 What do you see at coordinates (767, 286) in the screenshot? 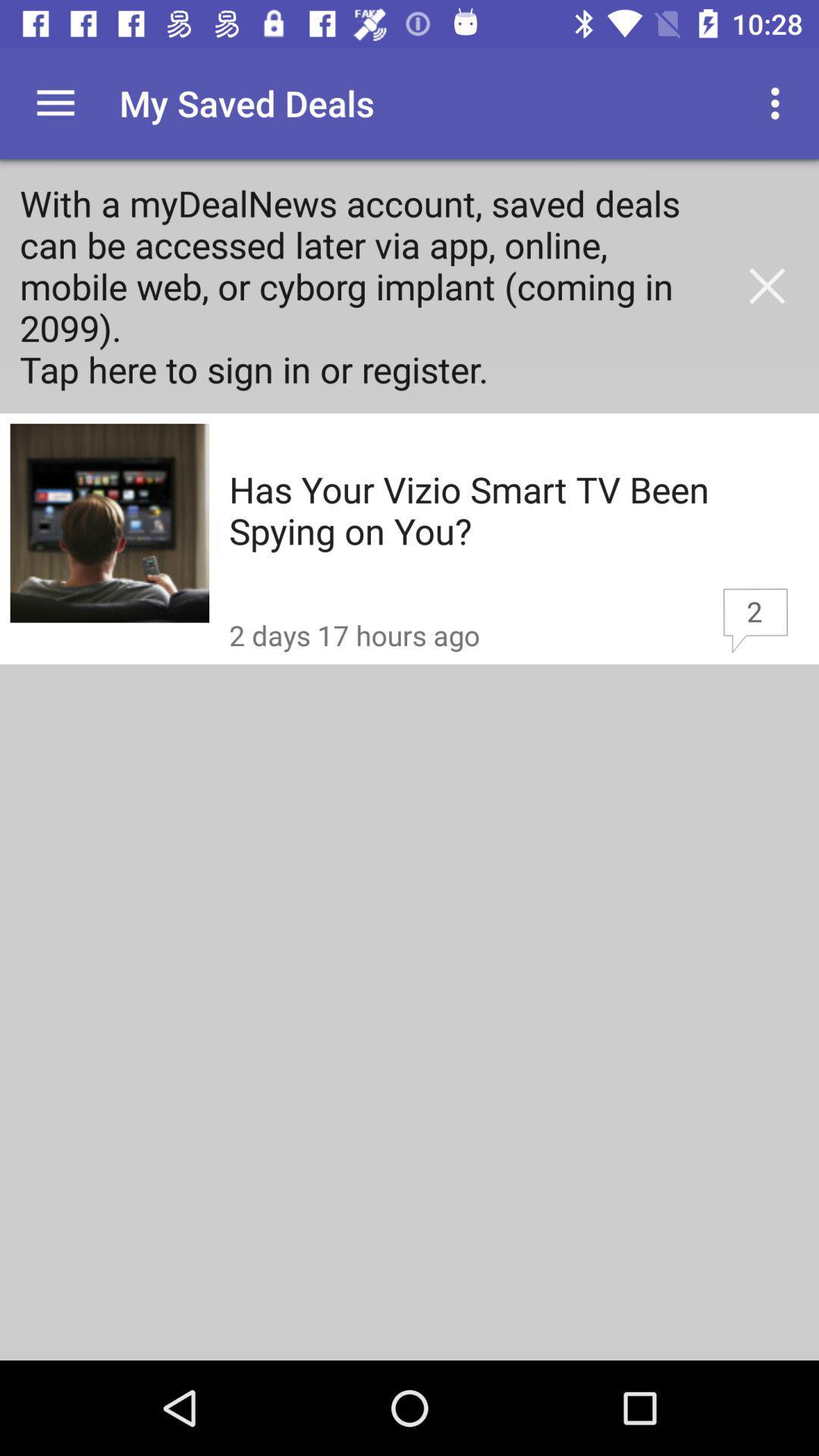
I see `the item next to the with a mydealnews icon` at bounding box center [767, 286].